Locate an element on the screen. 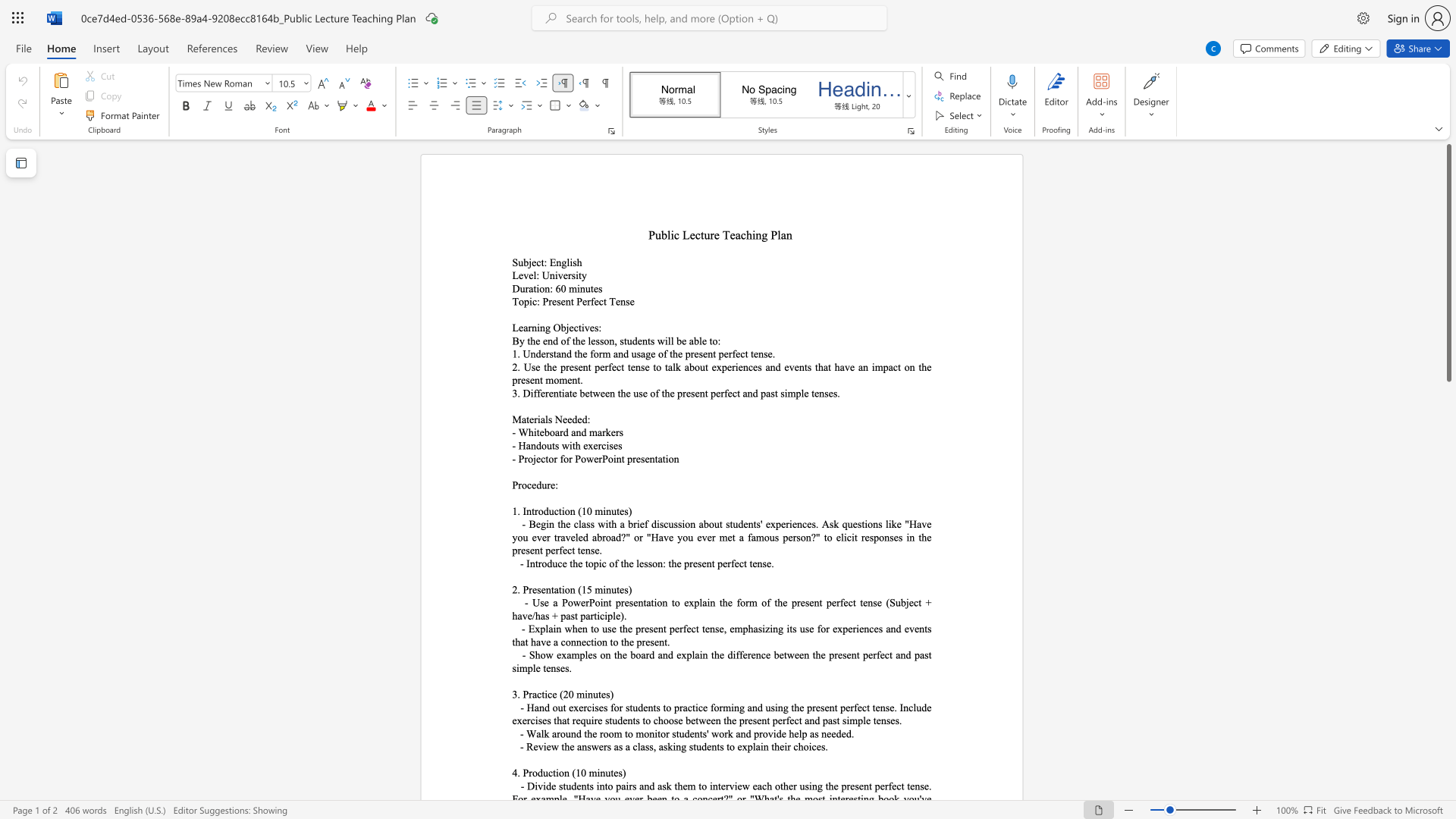 The image size is (1456, 819). the 1th character "p" in the text is located at coordinates (562, 367).